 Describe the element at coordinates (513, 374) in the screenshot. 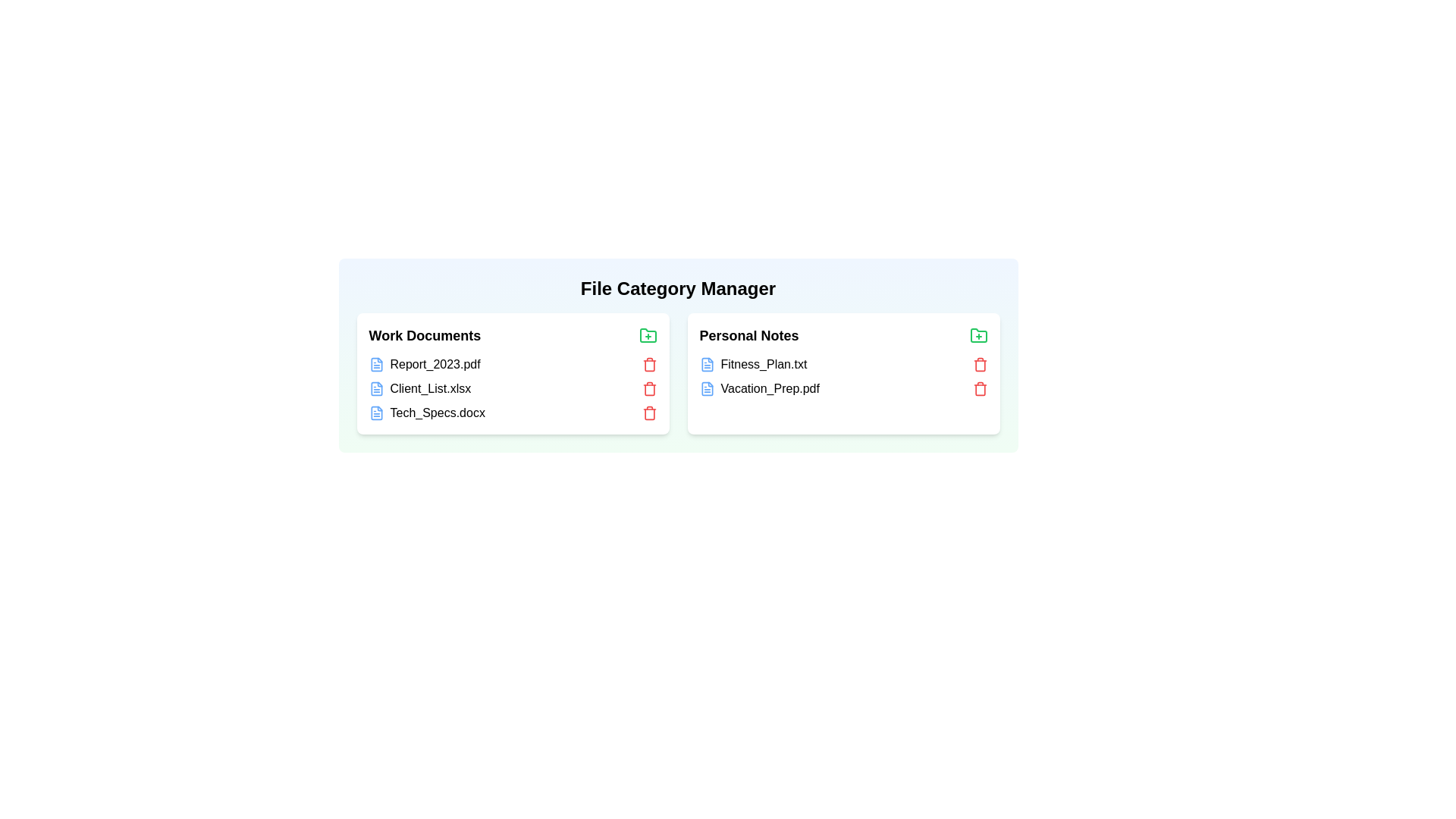

I see `the category card labeled 'Work Documents' to highlight it` at that location.